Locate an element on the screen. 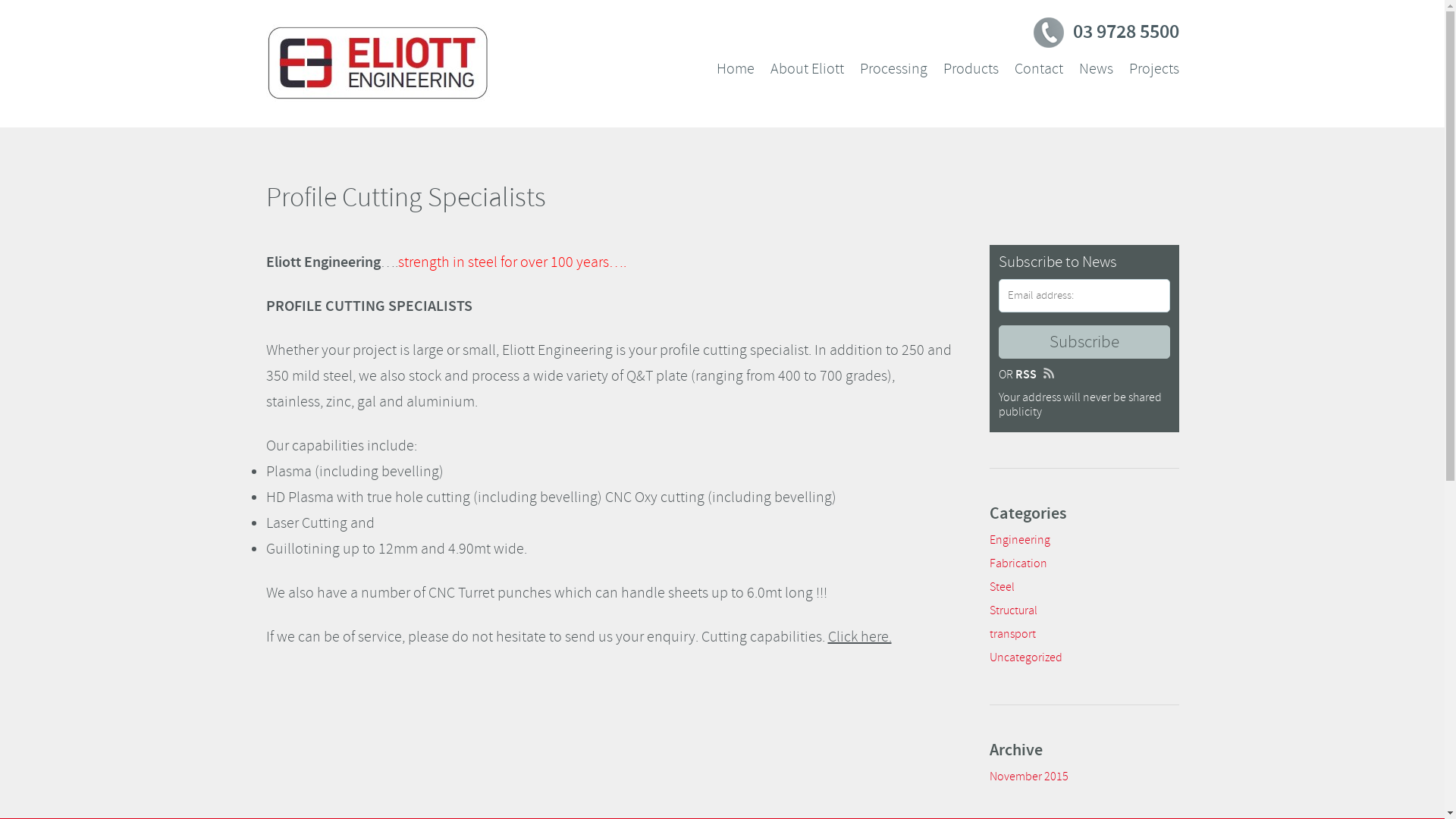 This screenshot has height=819, width=1456. 'Home' is located at coordinates (735, 69).